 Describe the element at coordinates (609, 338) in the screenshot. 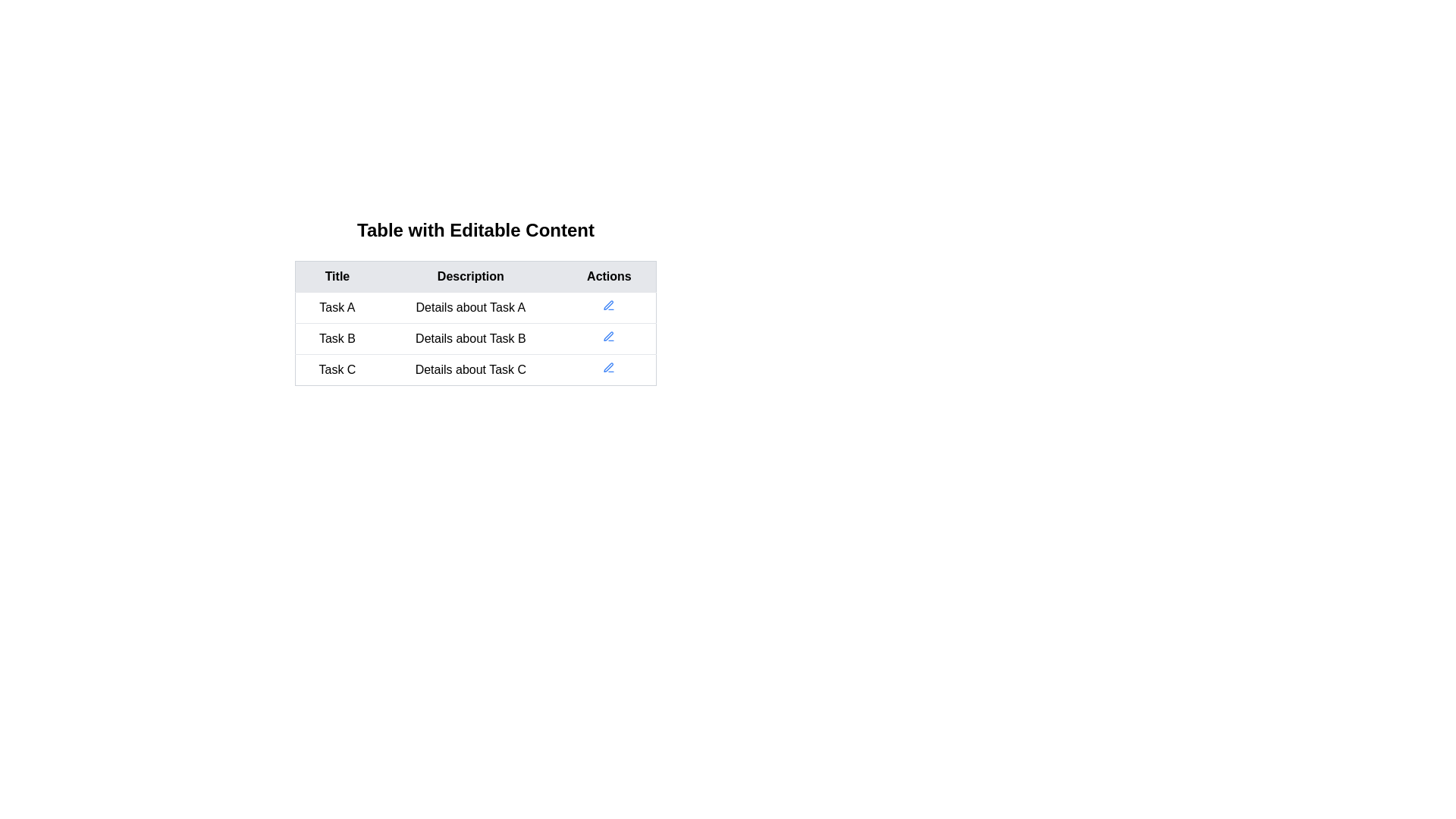

I see `the small blue icon resembling a pen or pencil in the 'Actions' column of the table row corresponding to 'Task B'` at that location.